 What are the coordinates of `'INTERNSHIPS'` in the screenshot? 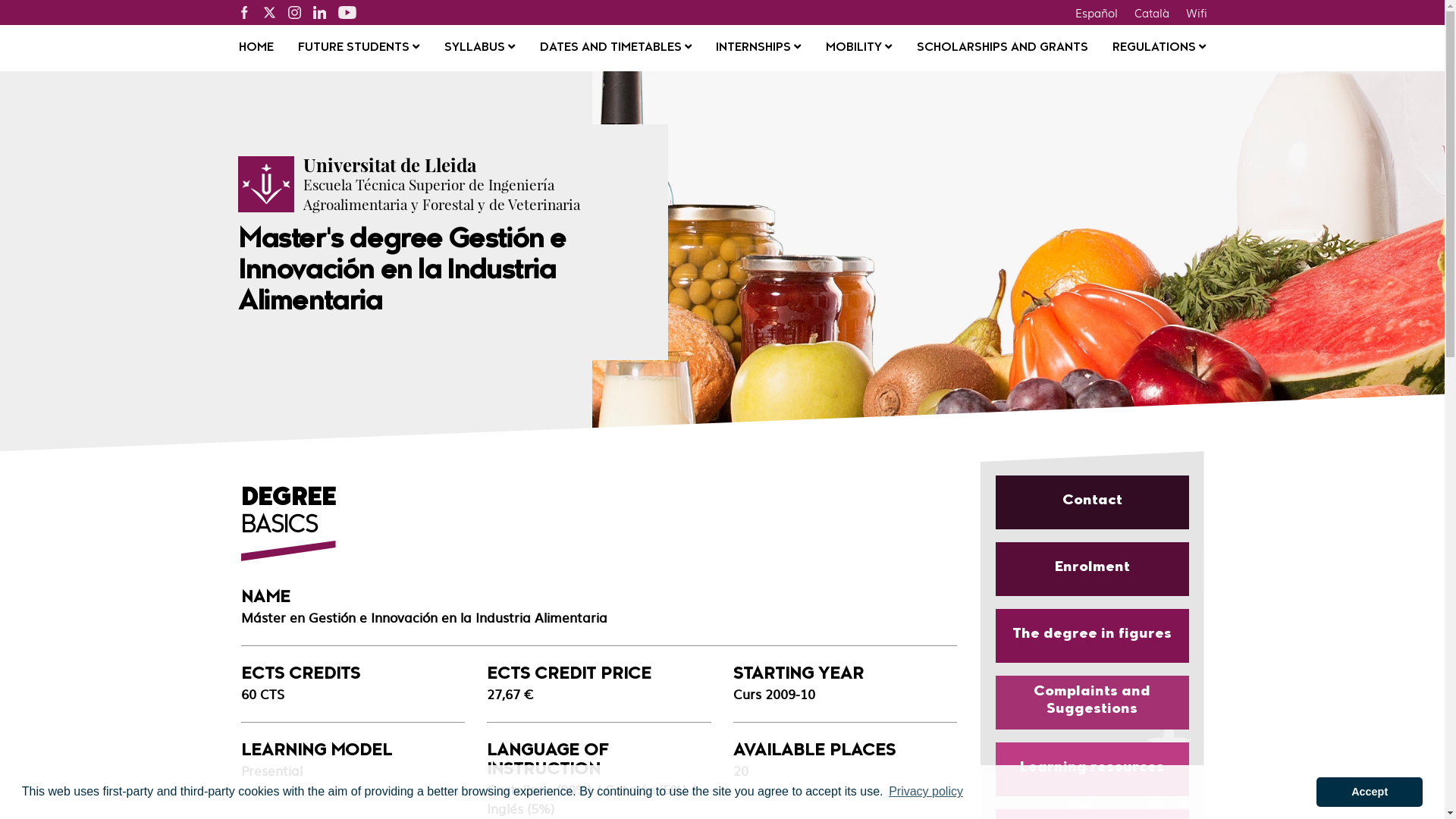 It's located at (758, 47).